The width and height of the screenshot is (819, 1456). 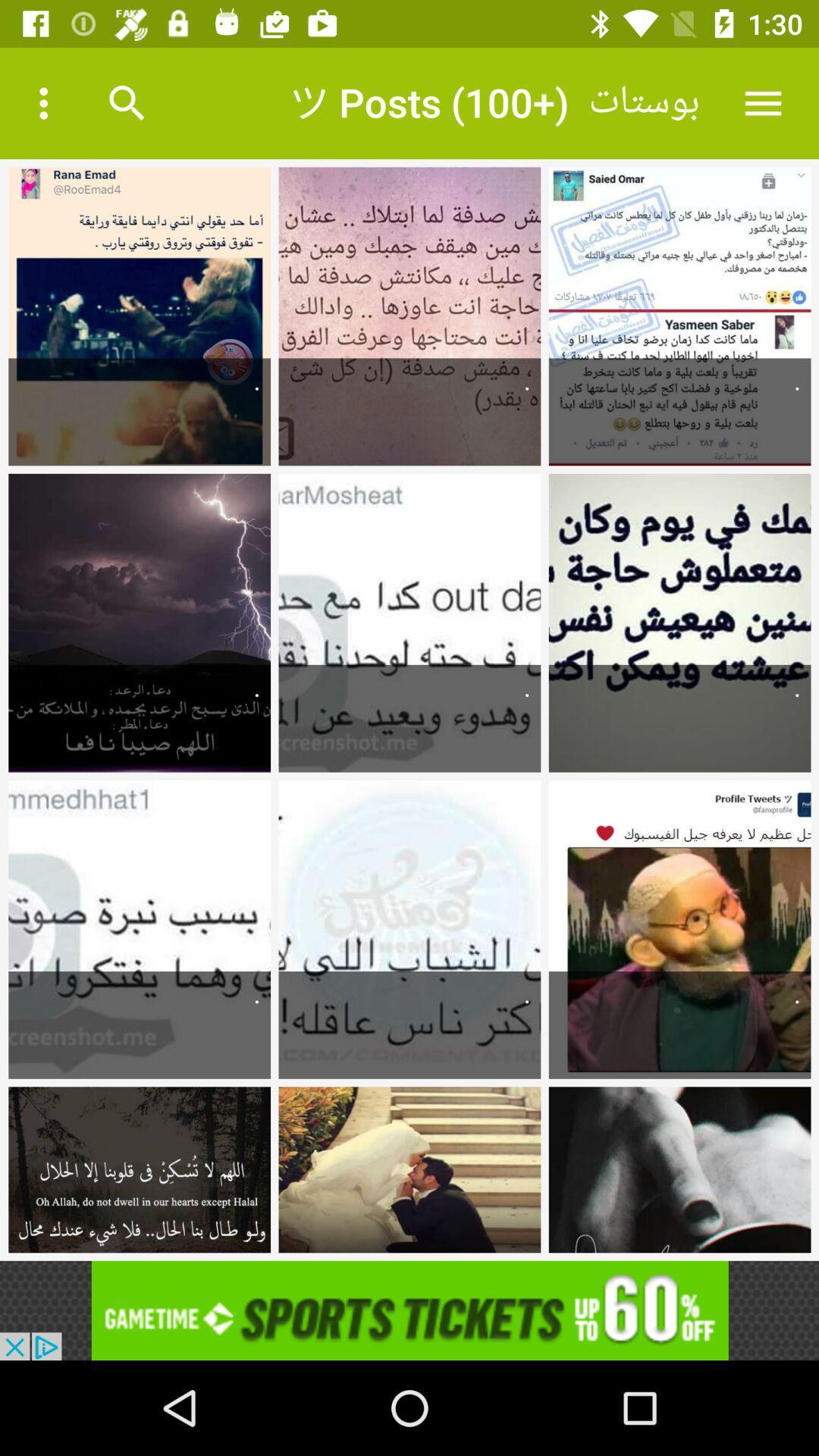 I want to click on details about advertisement, so click(x=409, y=1310).